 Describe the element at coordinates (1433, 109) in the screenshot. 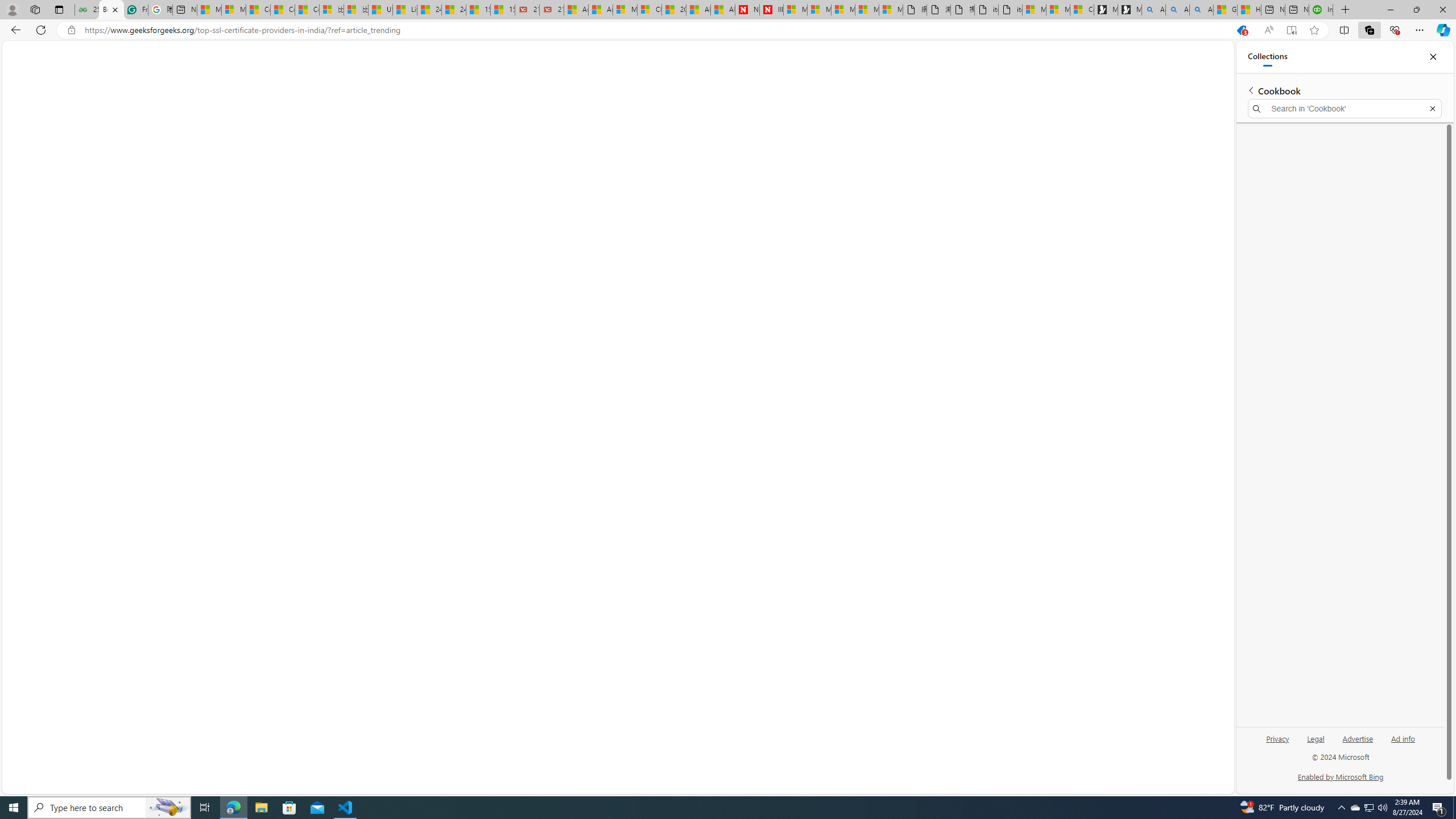

I see `'Exit search'` at that location.